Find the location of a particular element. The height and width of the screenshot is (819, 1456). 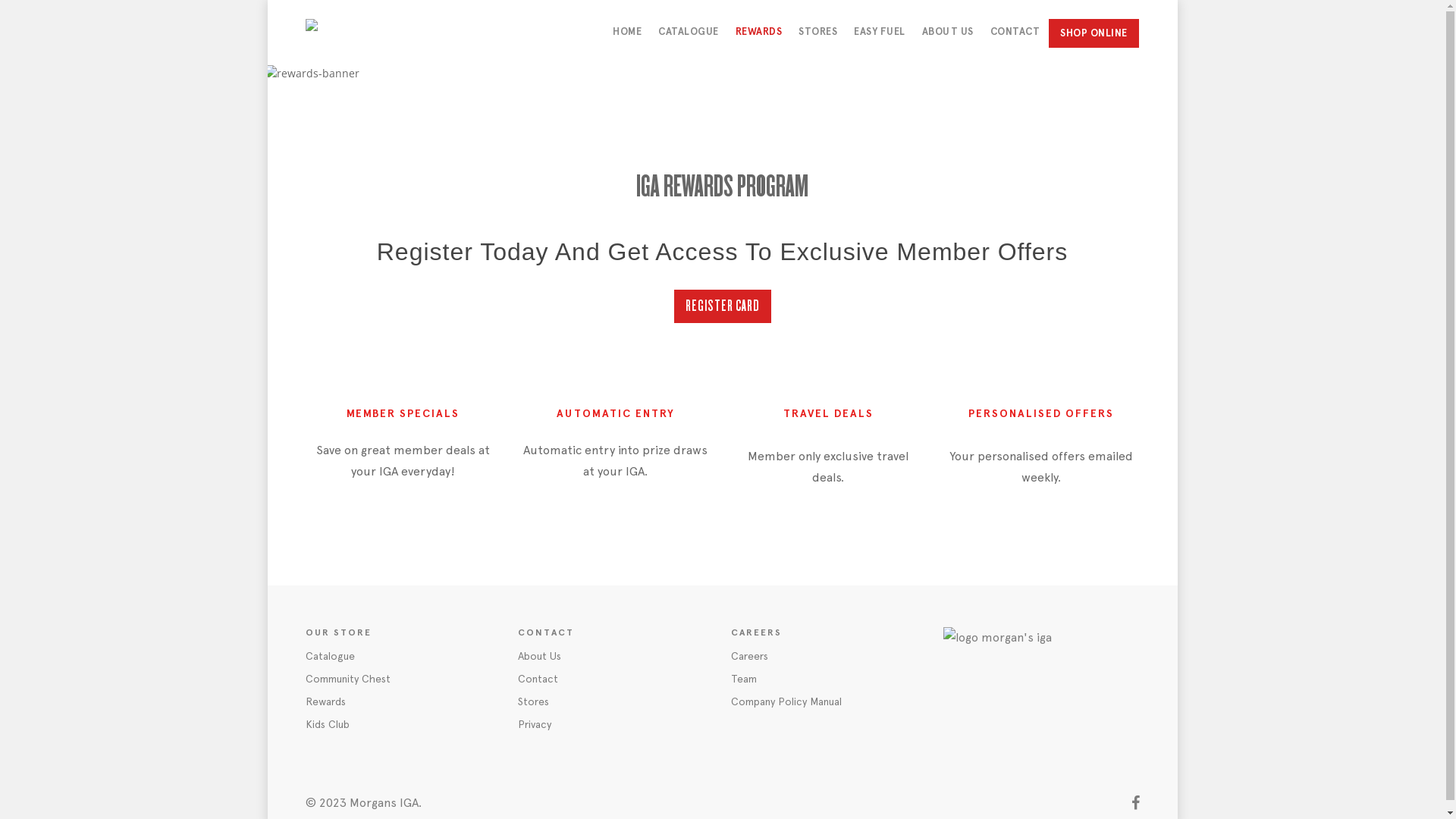

'HOME' is located at coordinates (626, 40).